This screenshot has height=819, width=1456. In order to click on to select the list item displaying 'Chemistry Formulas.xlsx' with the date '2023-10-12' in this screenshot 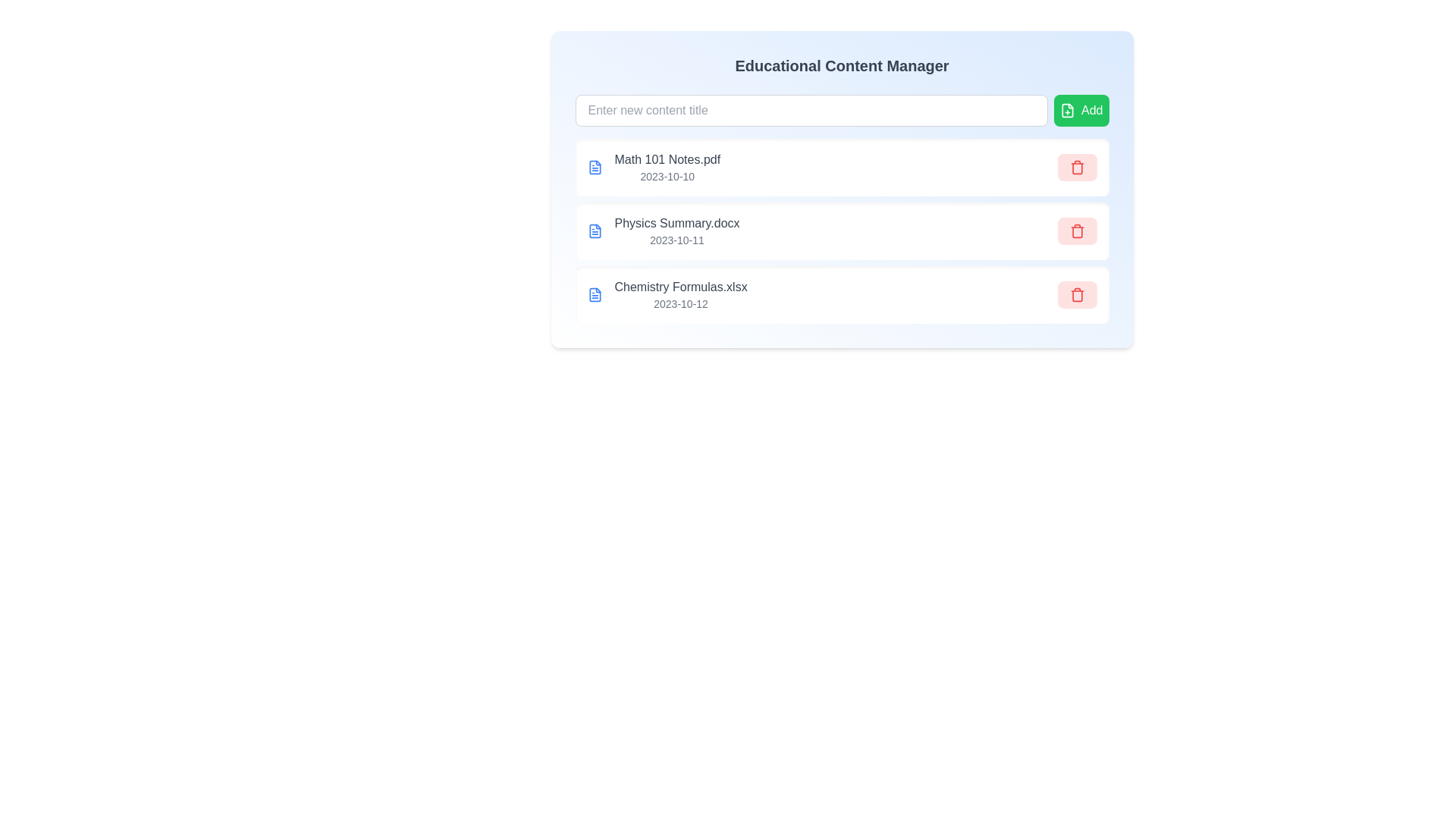, I will do `click(679, 295)`.